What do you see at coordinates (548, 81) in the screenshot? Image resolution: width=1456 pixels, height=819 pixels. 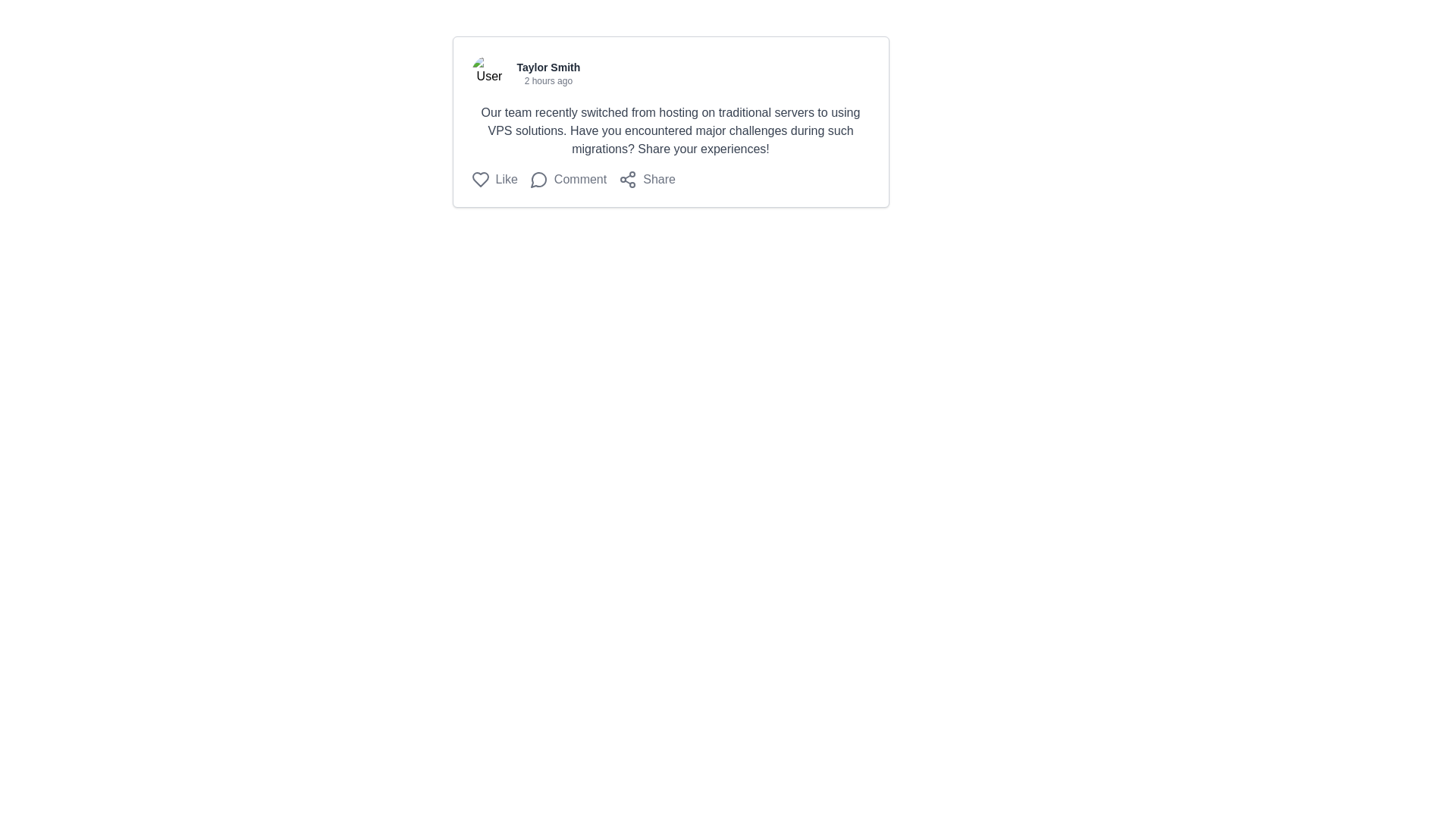 I see `the static text displaying the timestamp below 'Taylor Smith' in the card interface` at bounding box center [548, 81].